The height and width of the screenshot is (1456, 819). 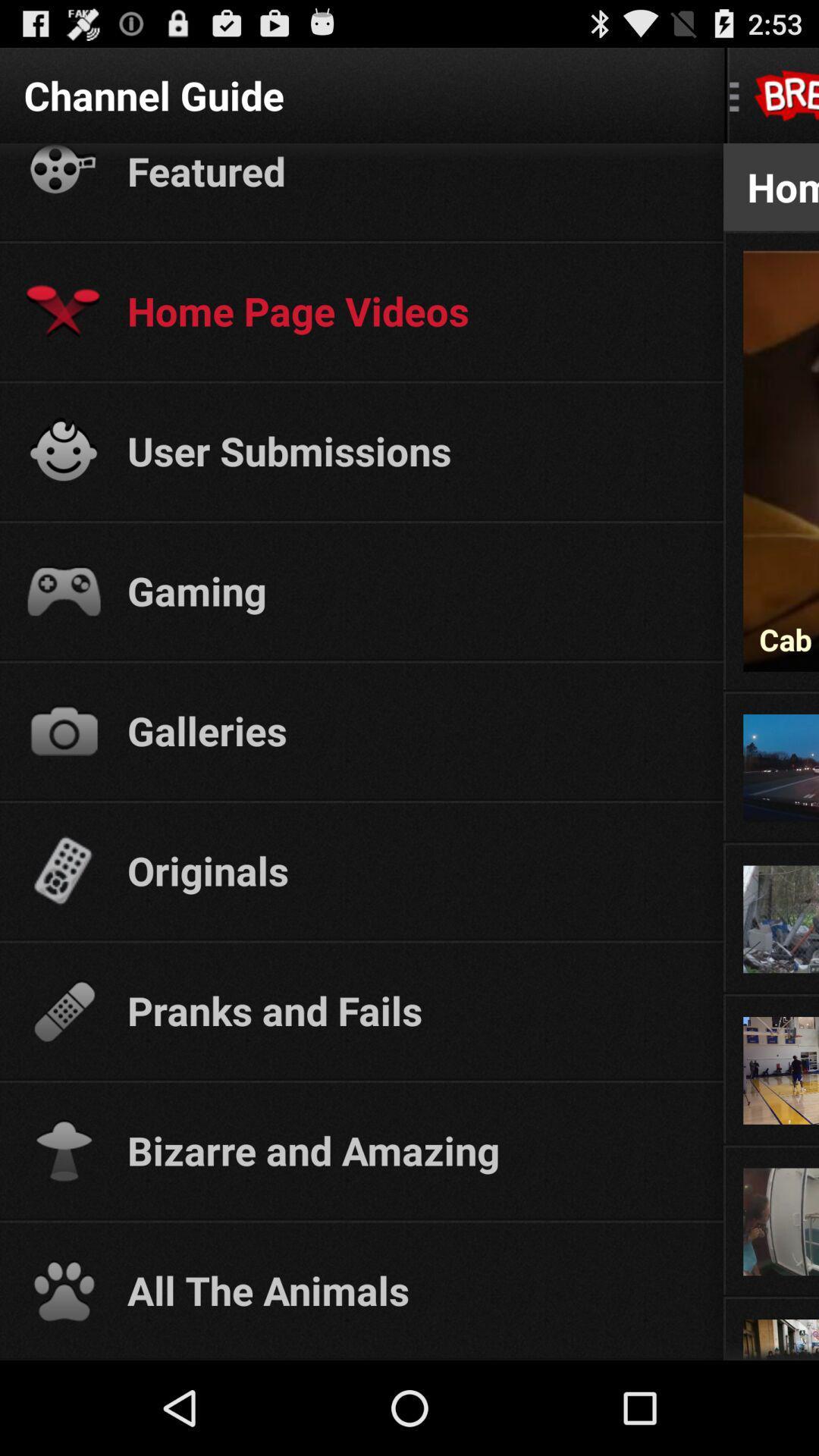 I want to click on the bizarre and amazing icon, so click(x=411, y=1150).